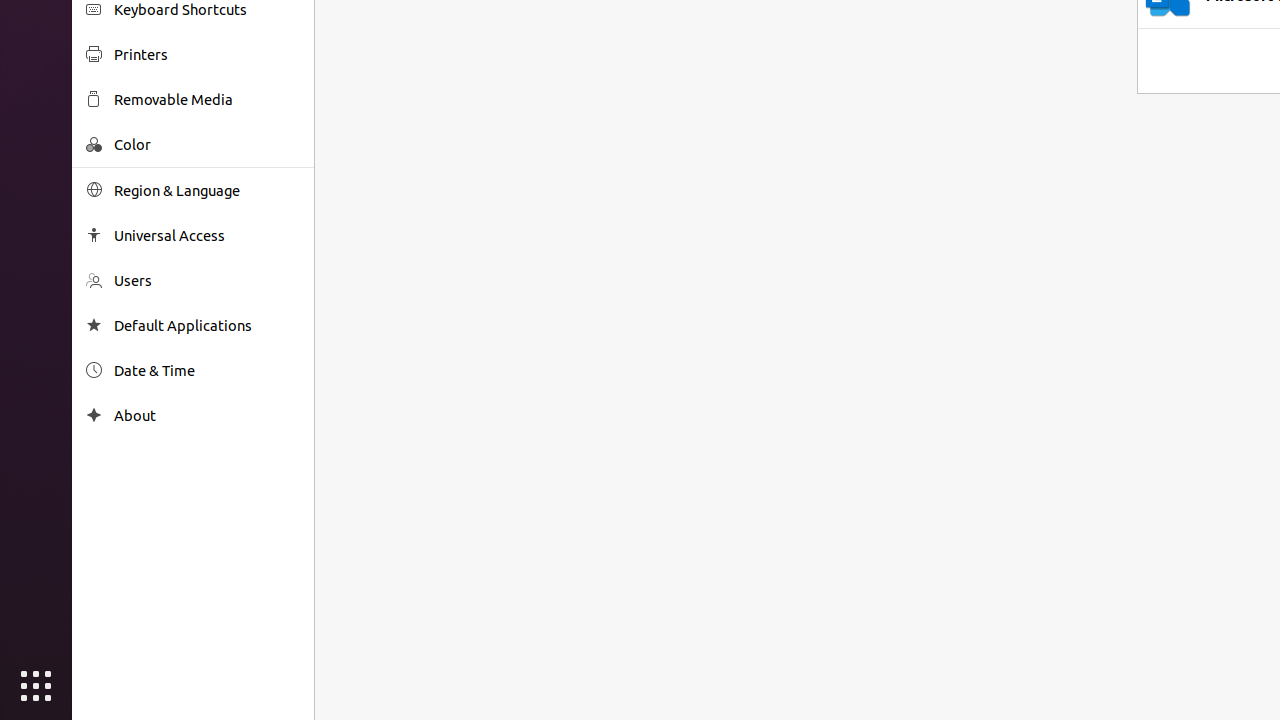 The height and width of the screenshot is (720, 1280). What do you see at coordinates (206, 143) in the screenshot?
I see `'Color'` at bounding box center [206, 143].